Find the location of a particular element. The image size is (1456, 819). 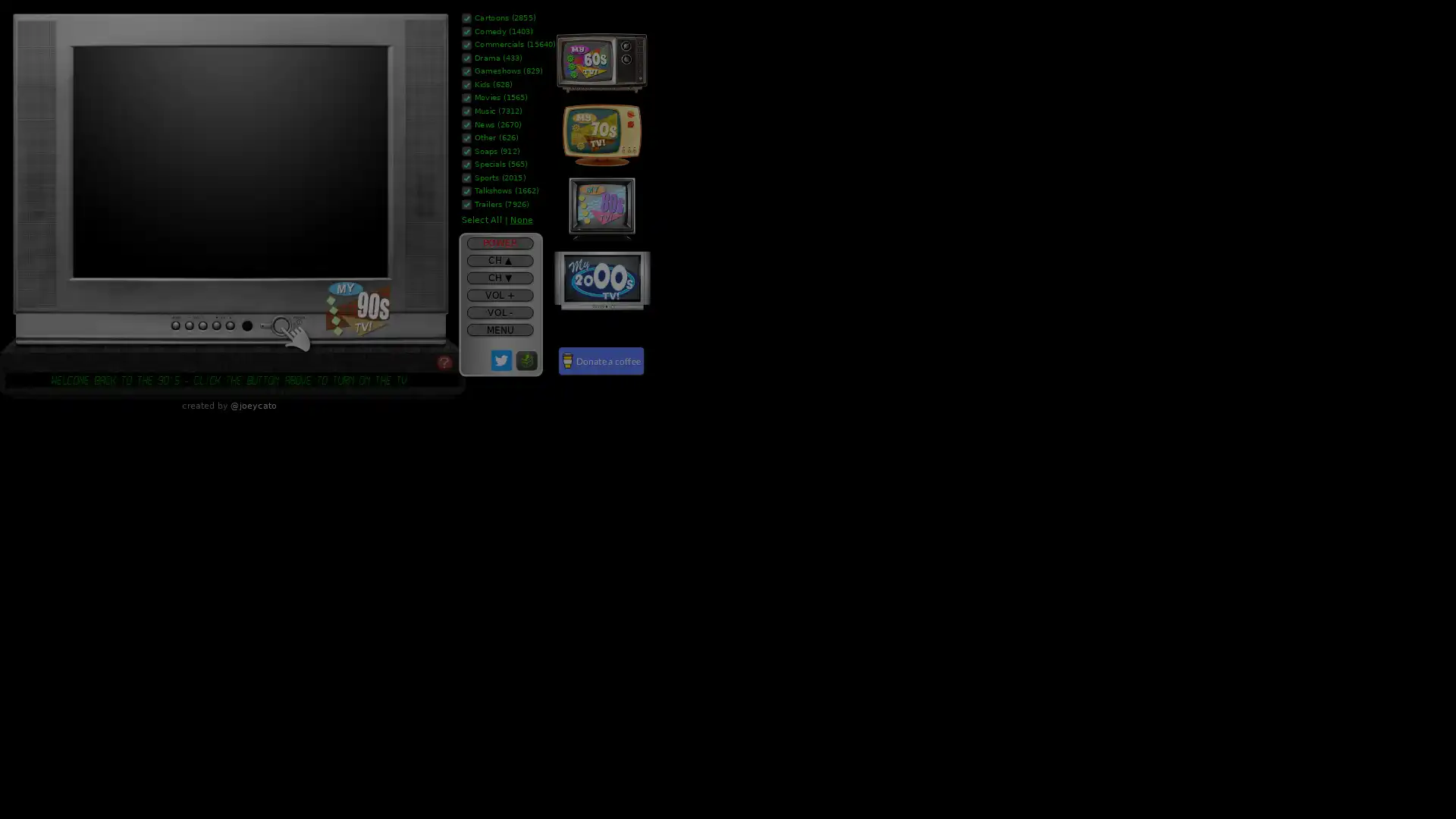

VOL + is located at coordinates (499, 295).